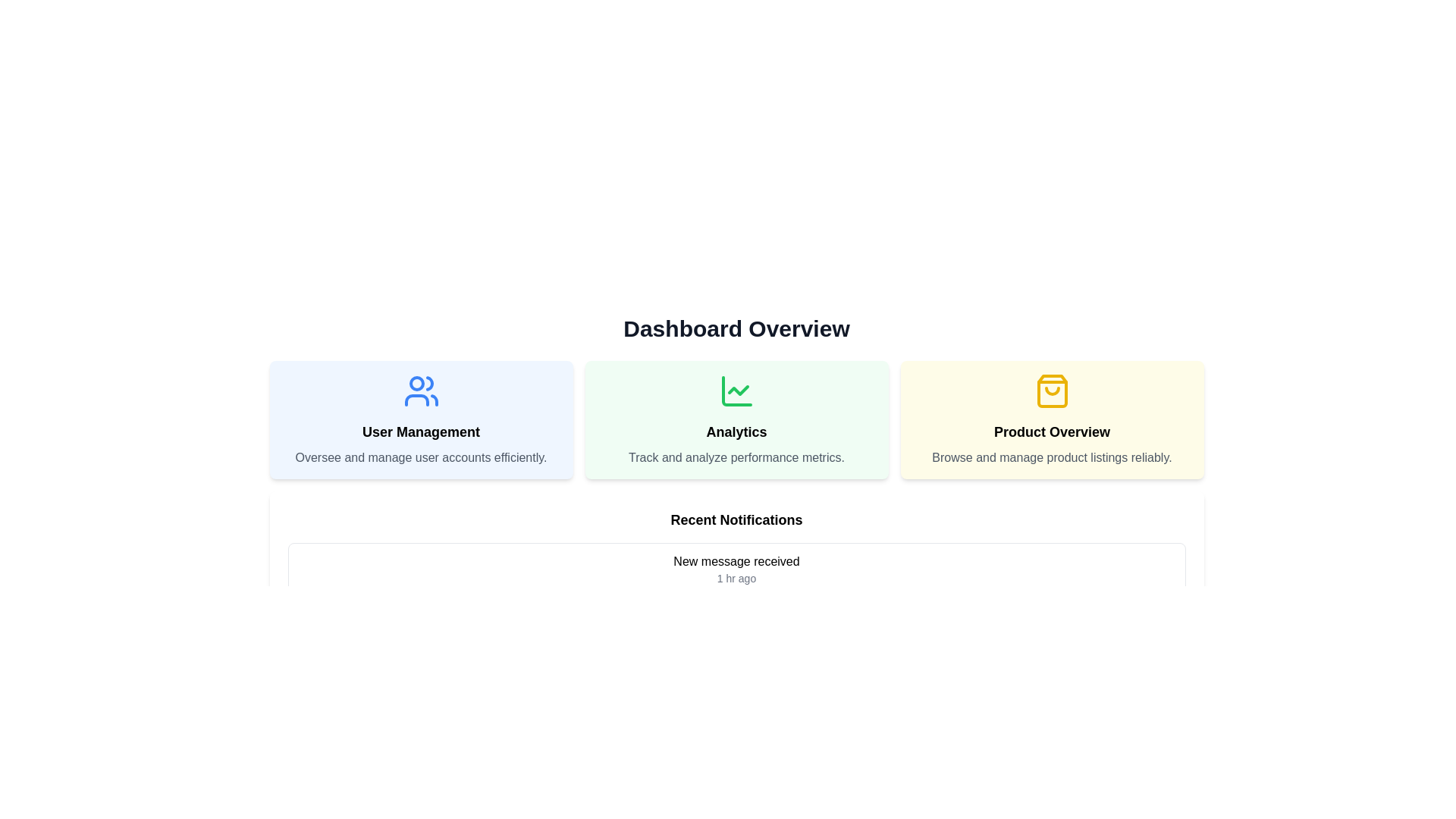 The height and width of the screenshot is (819, 1456). I want to click on the user management icon located at the top-center of the 'User Management' card on the leftmost side of the three-card section under 'Dashboard Overview', so click(421, 391).